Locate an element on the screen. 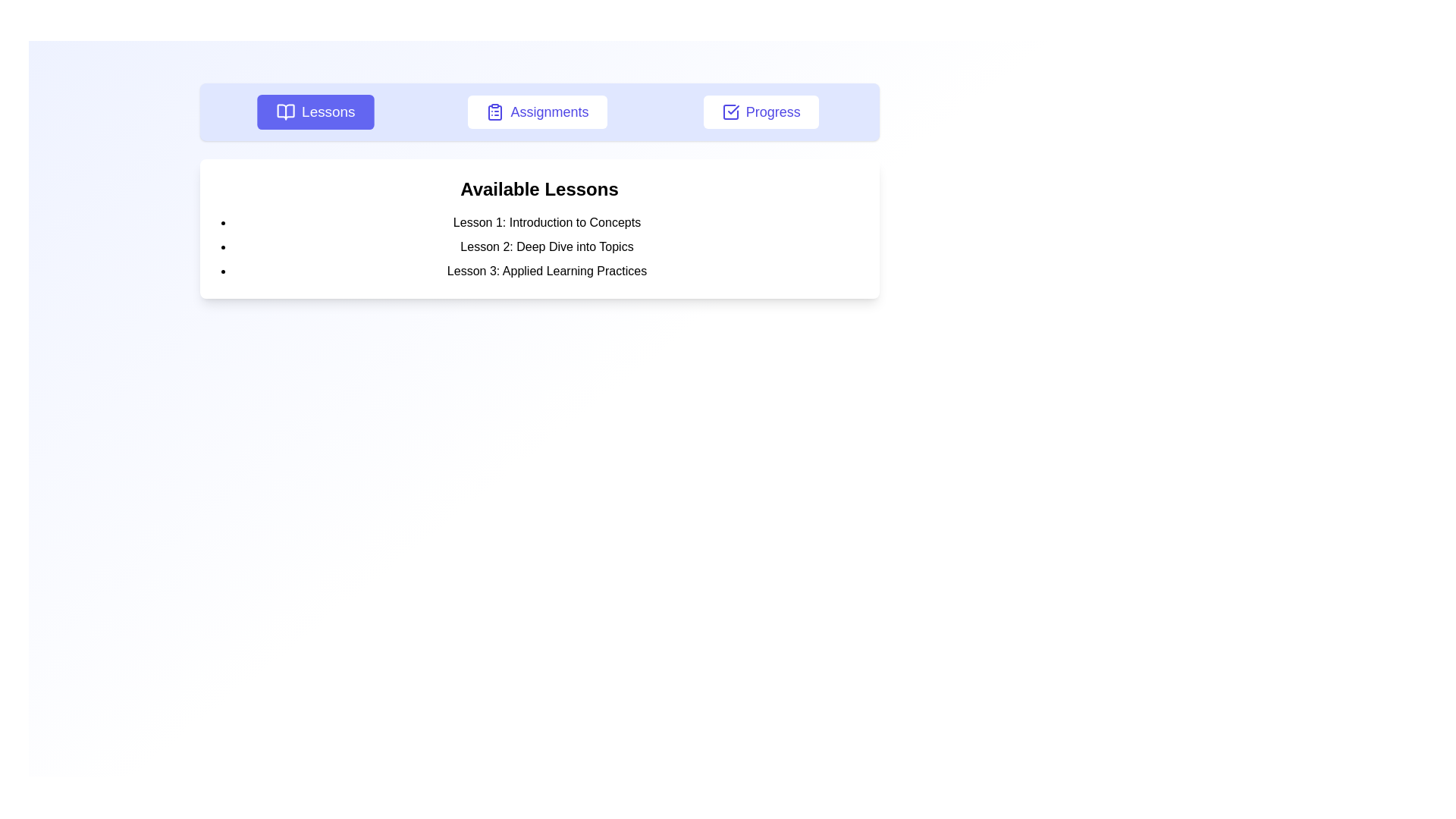  the 'Lessons' button, which is a rectangular button with a purple background and an icon of an open book on the left is located at coordinates (315, 111).